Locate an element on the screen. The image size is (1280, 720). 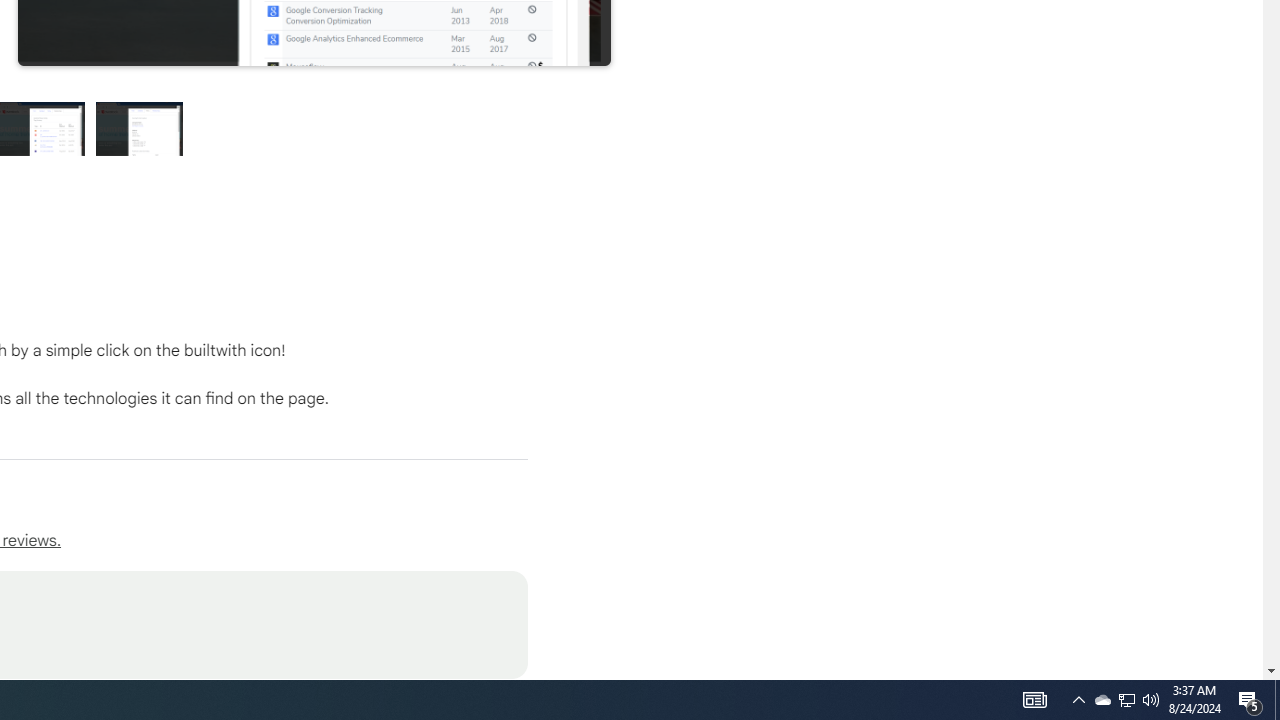
'Preview slide 4' is located at coordinates (139, 128).